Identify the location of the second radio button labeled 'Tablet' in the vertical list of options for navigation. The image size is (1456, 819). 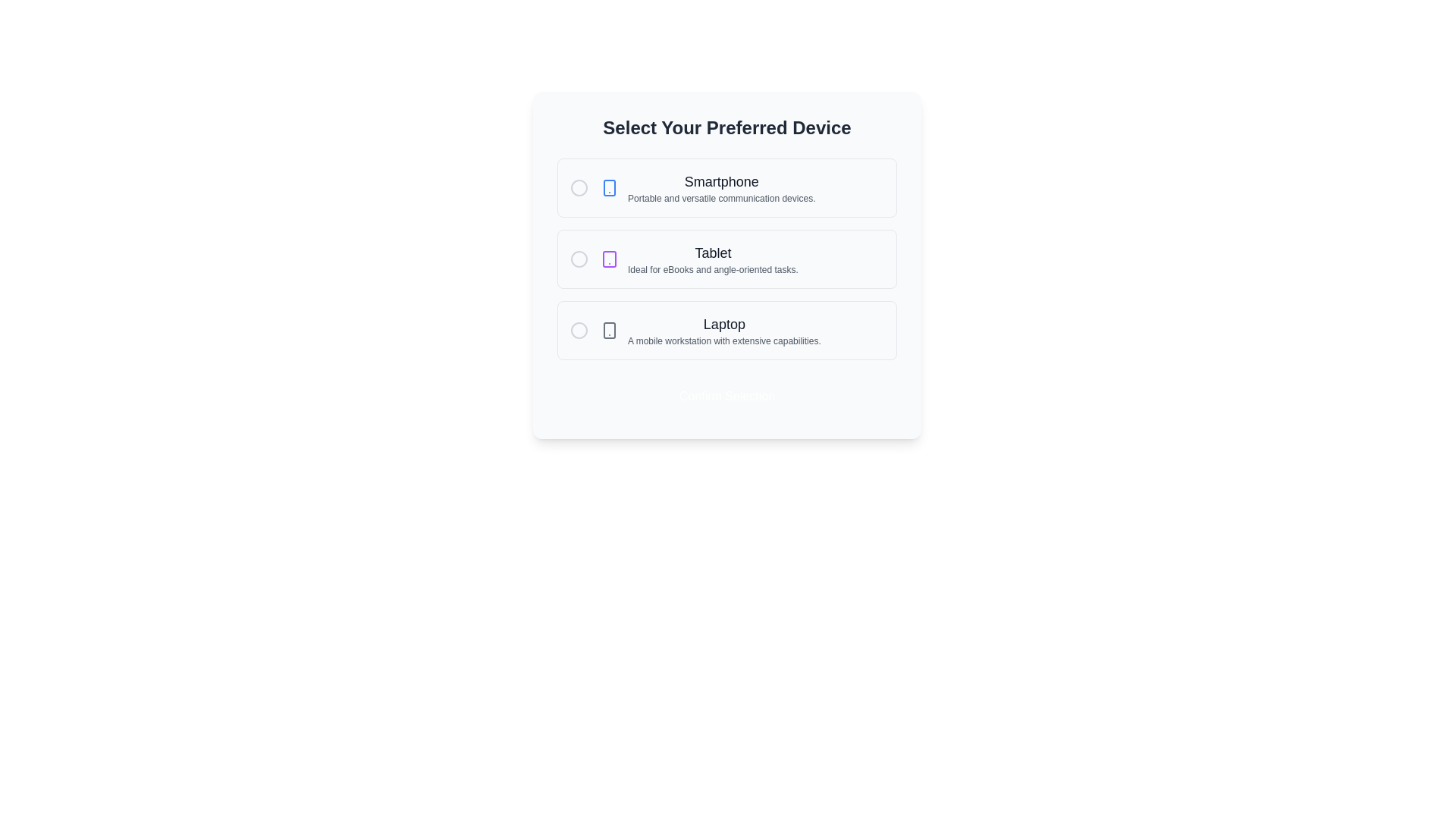
(578, 259).